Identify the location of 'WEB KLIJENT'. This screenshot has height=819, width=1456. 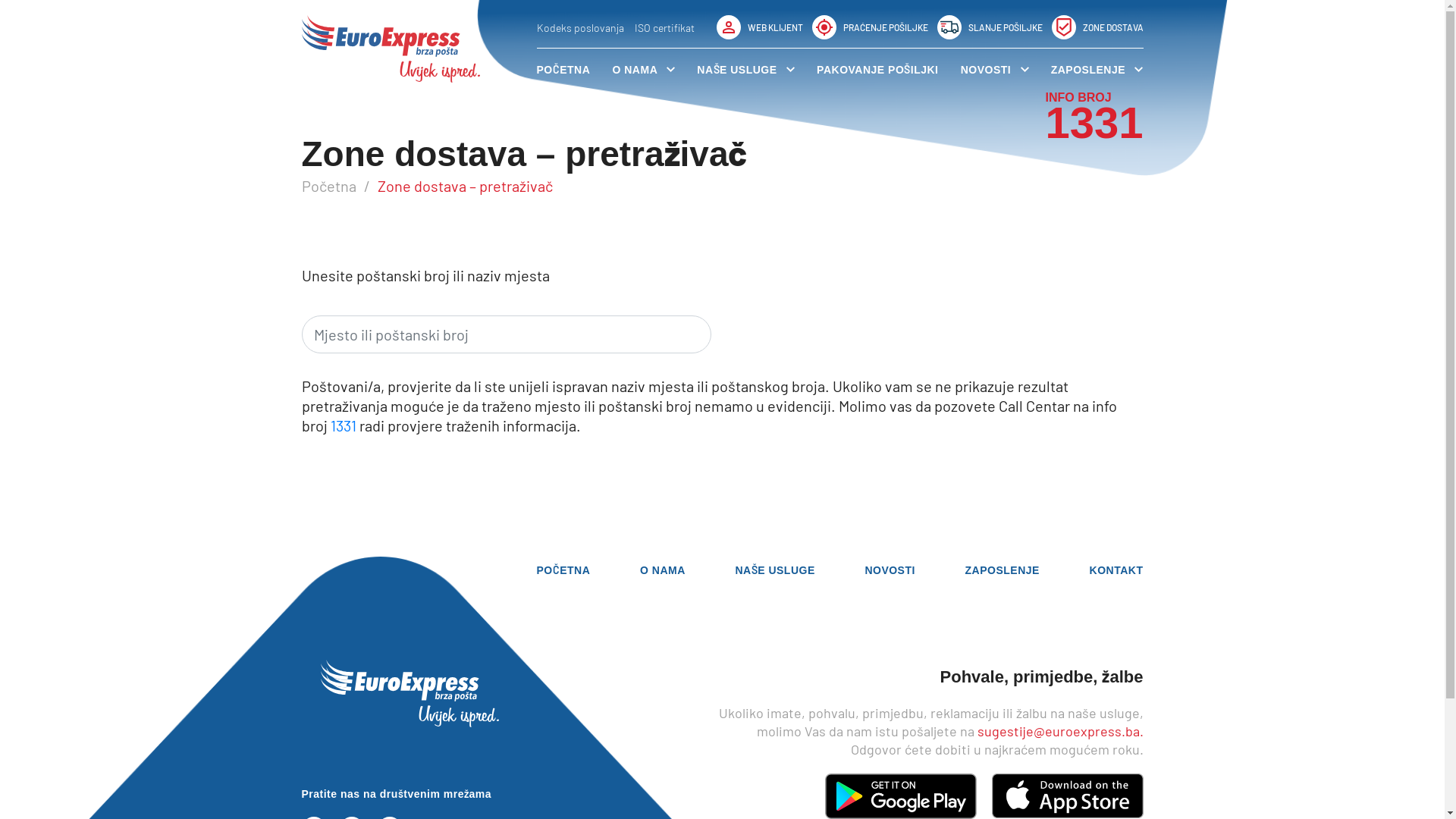
(759, 27).